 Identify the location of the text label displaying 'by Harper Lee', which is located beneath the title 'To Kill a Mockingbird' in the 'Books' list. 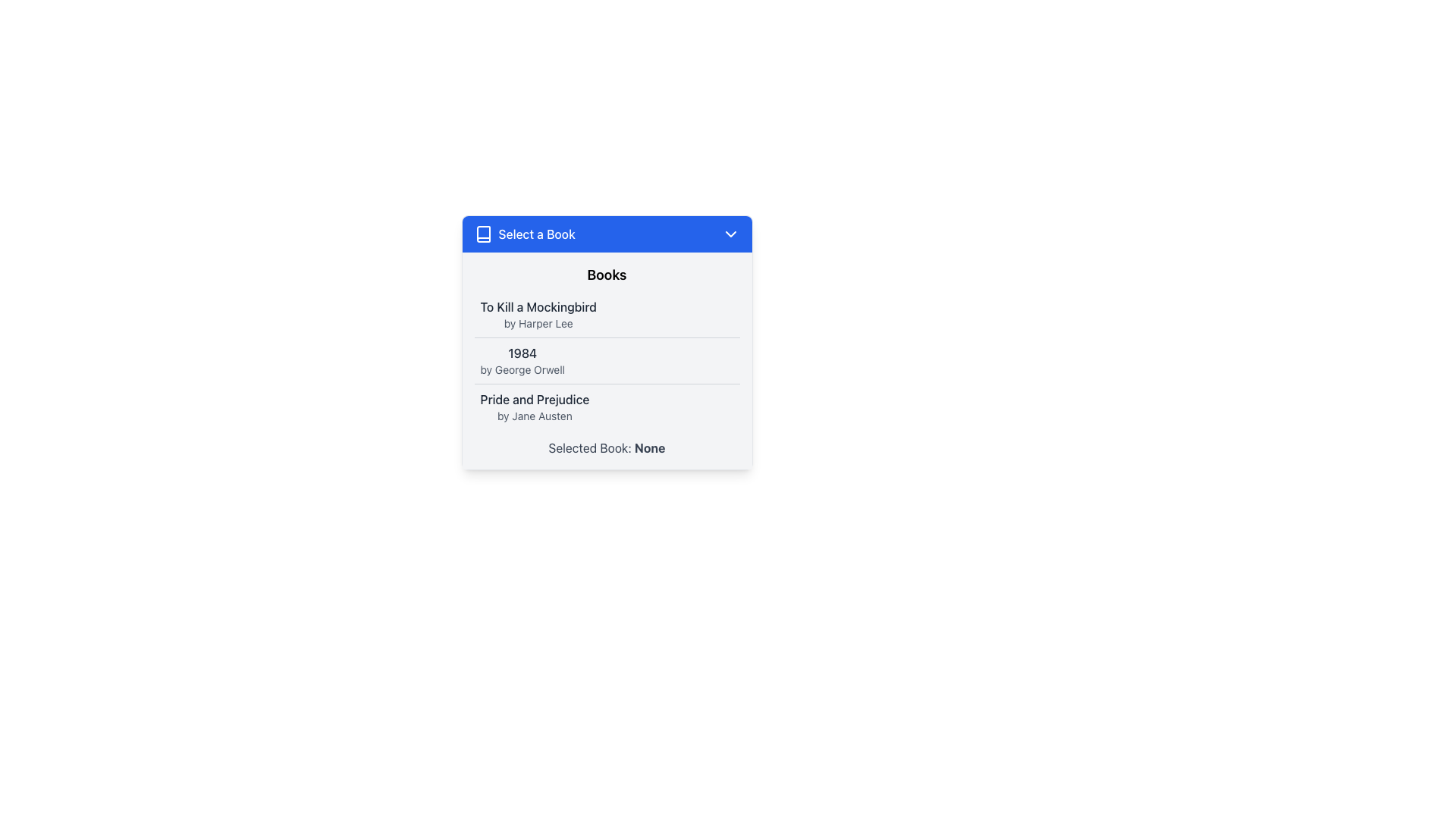
(538, 323).